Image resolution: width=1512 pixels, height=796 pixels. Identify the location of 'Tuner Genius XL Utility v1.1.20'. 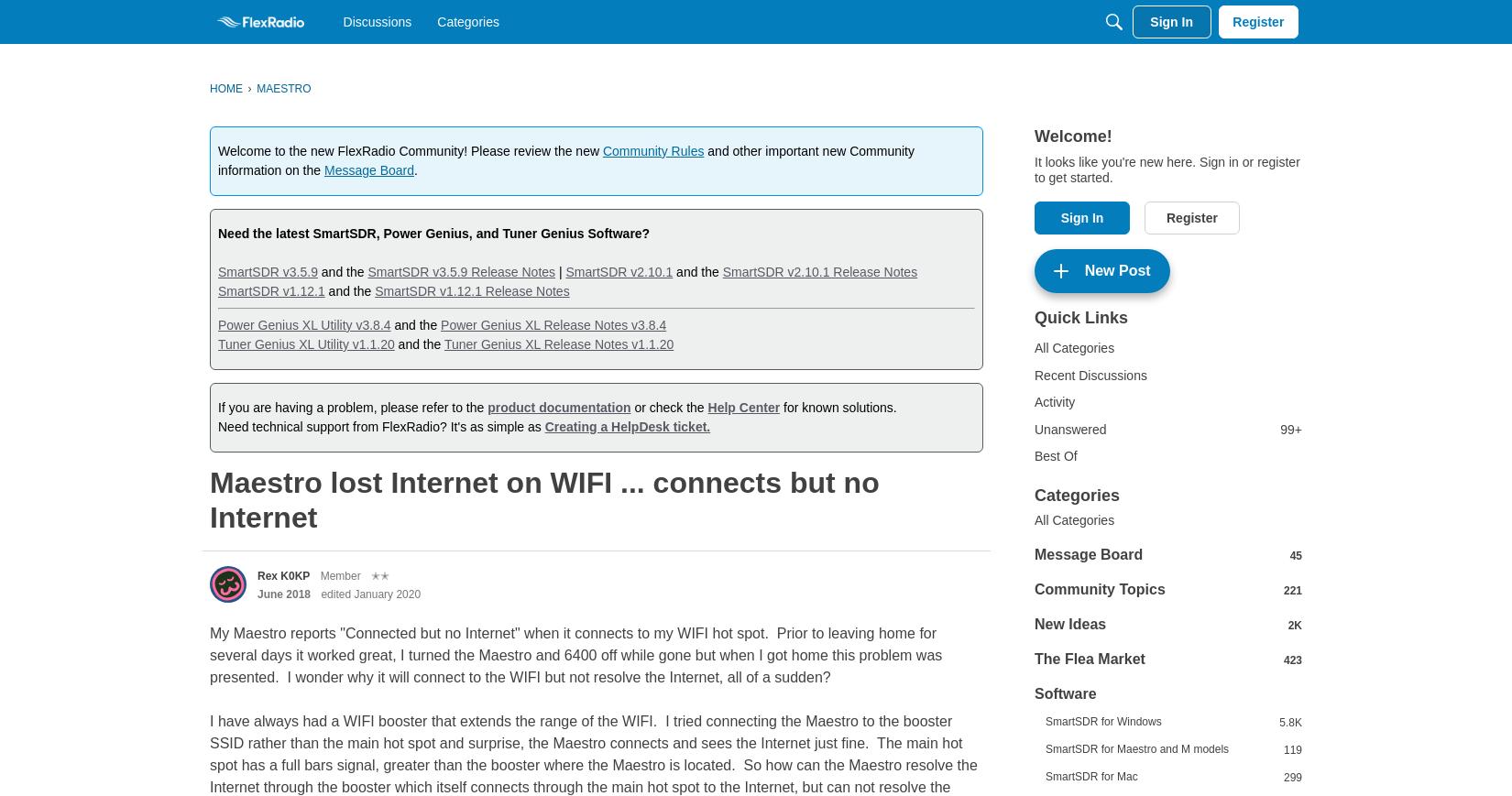
(305, 343).